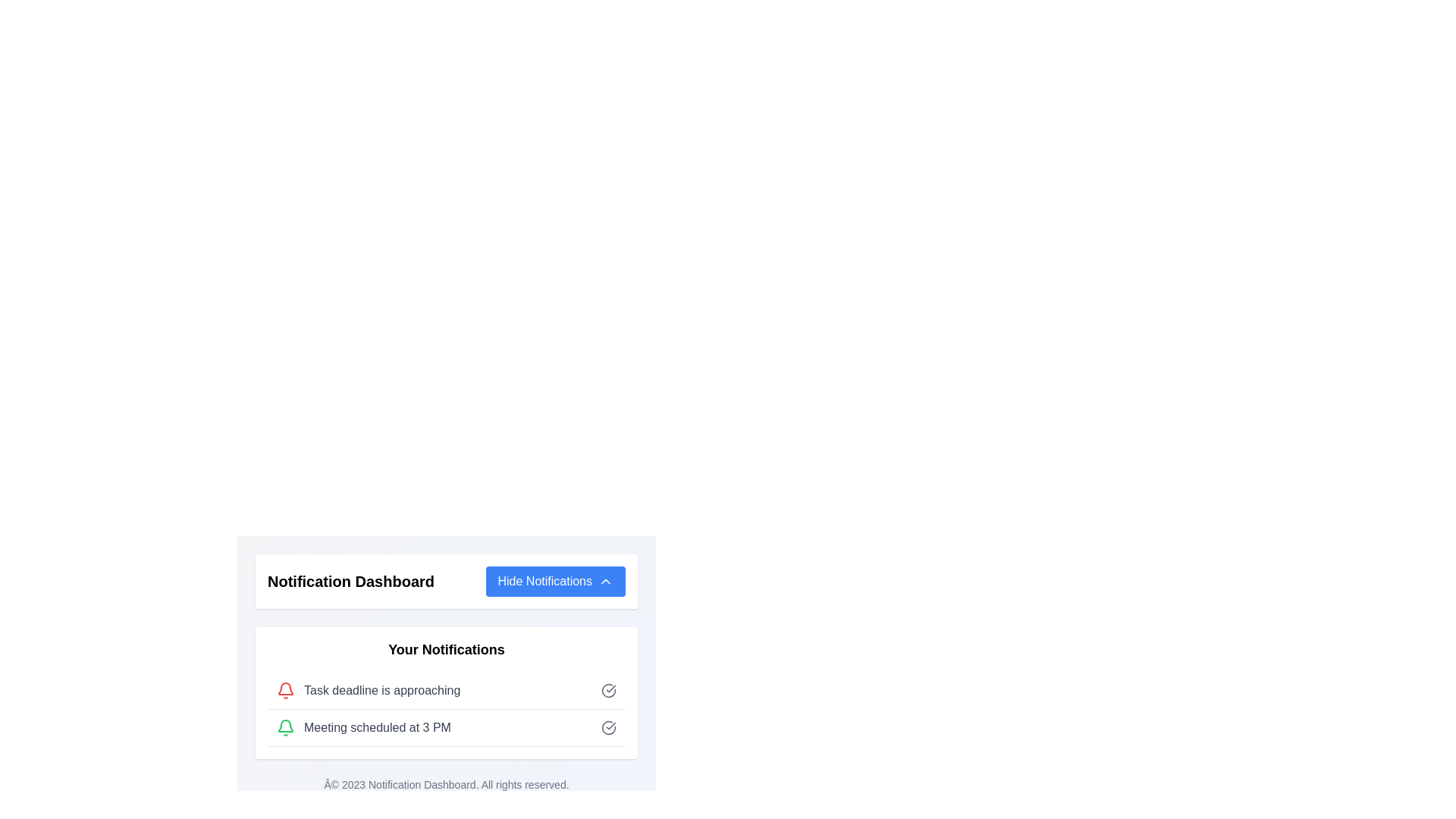  Describe the element at coordinates (446, 710) in the screenshot. I see `the second notification item in the 'Your Notifications' list` at that location.